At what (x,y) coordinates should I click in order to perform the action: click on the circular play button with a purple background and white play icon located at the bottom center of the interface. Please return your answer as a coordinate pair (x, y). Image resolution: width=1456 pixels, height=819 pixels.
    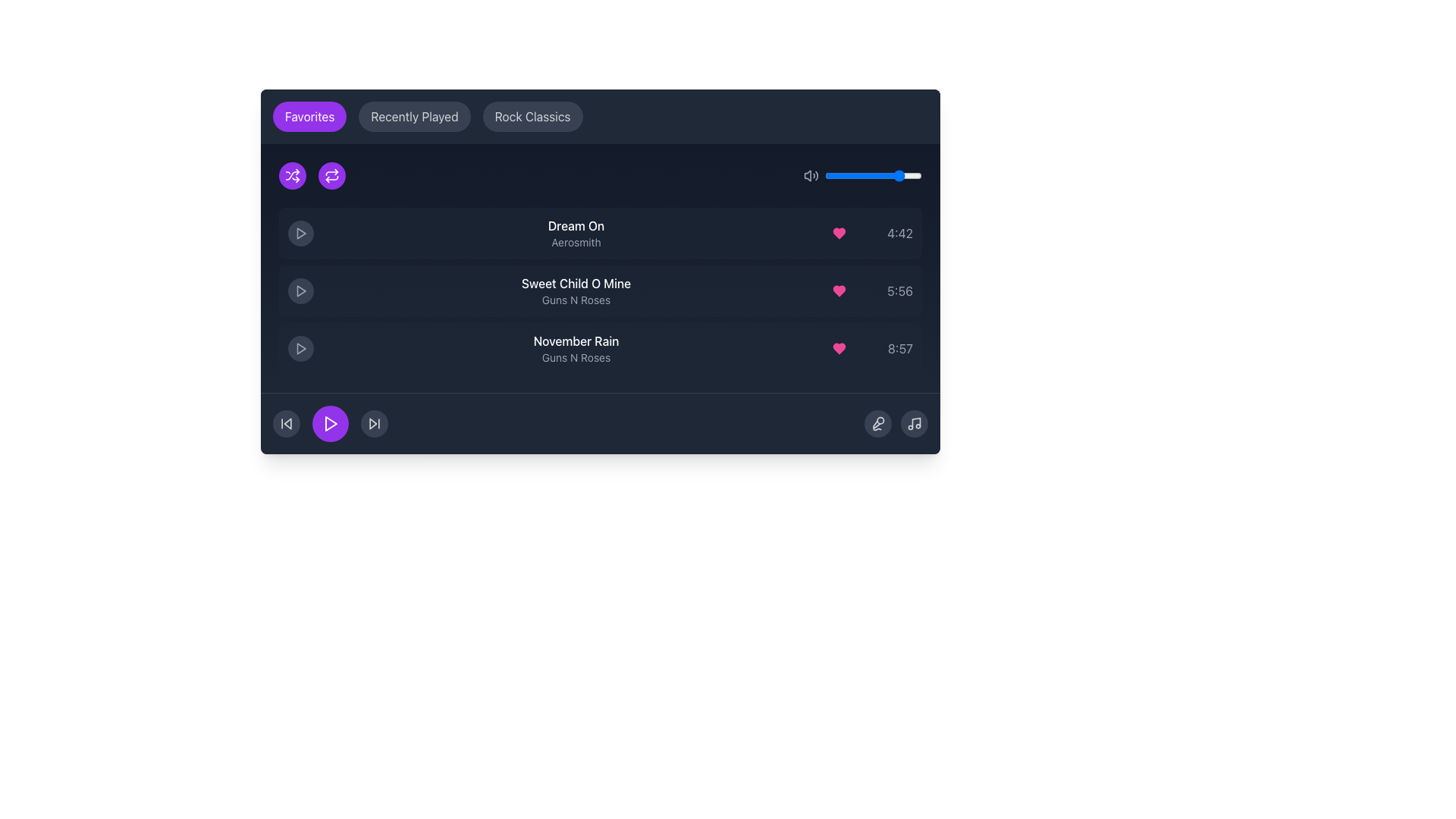
    Looking at the image, I should click on (330, 424).